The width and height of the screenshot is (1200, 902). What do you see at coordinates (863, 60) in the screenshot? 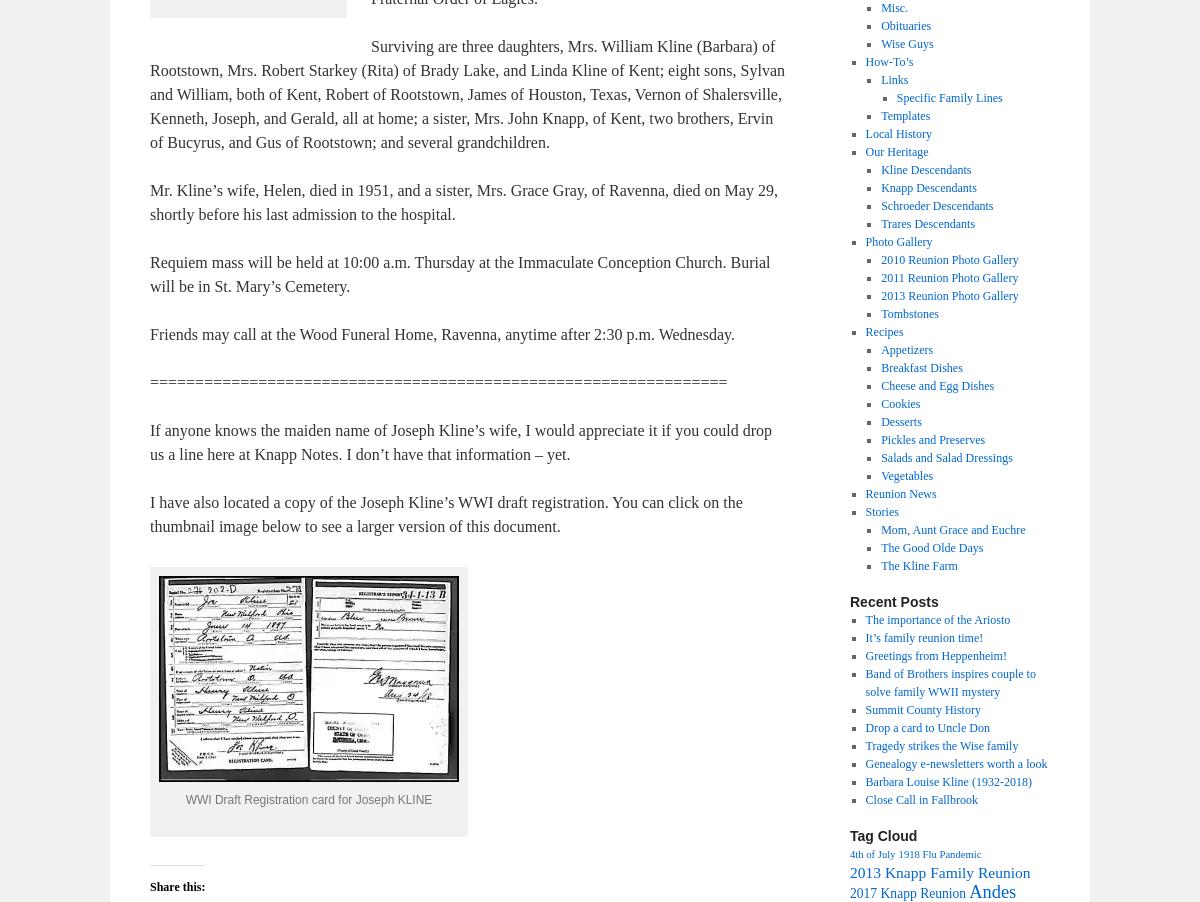
I see `'How-To’s'` at bounding box center [863, 60].